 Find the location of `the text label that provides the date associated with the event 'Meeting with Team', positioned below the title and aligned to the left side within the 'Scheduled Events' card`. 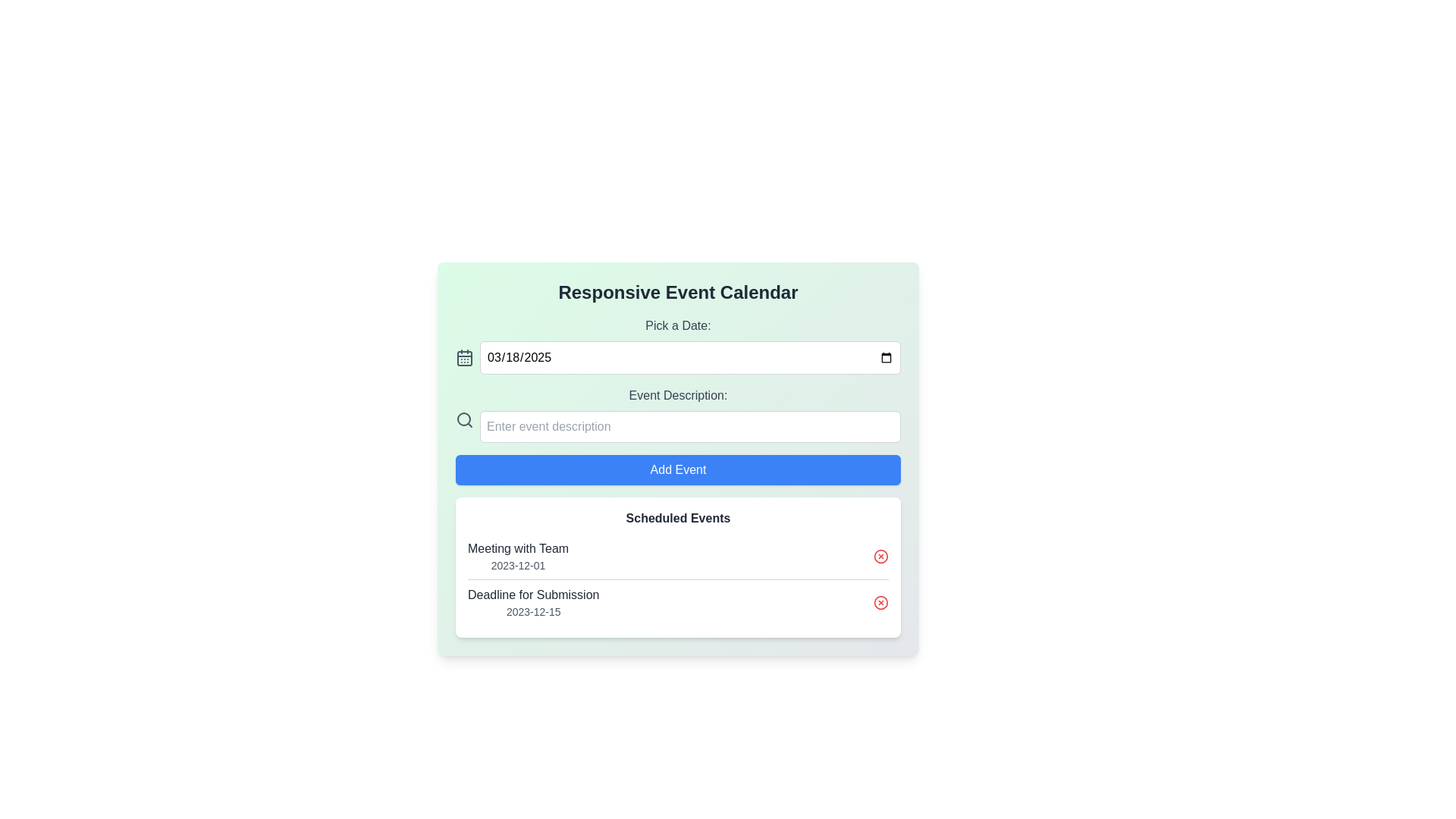

the text label that provides the date associated with the event 'Meeting with Team', positioned below the title and aligned to the left side within the 'Scheduled Events' card is located at coordinates (518, 565).